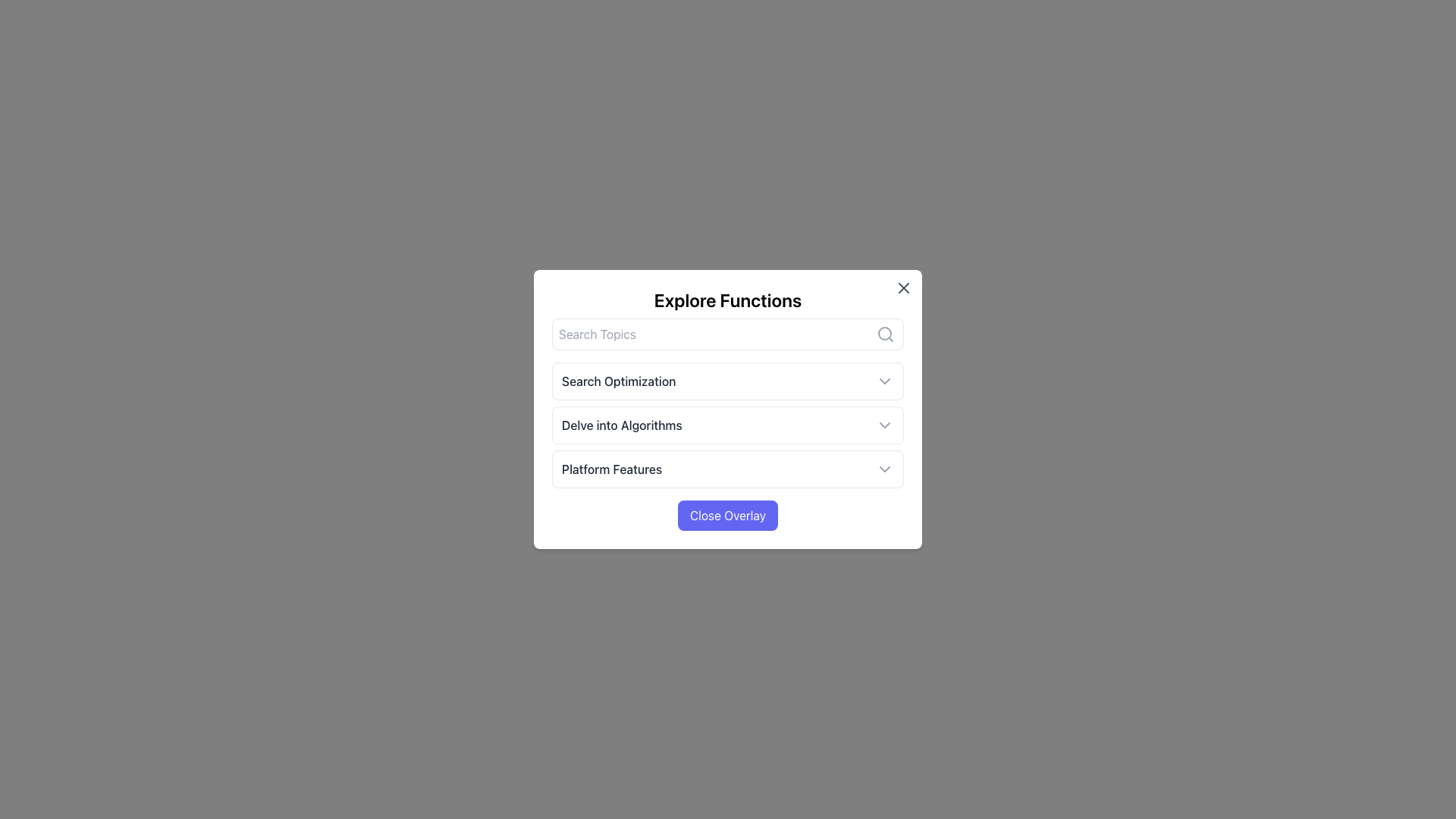  I want to click on the 'Close Overlay' button with a purple background and white text in the modal dialog labeled 'Explore Functions' to change its color, so click(728, 514).